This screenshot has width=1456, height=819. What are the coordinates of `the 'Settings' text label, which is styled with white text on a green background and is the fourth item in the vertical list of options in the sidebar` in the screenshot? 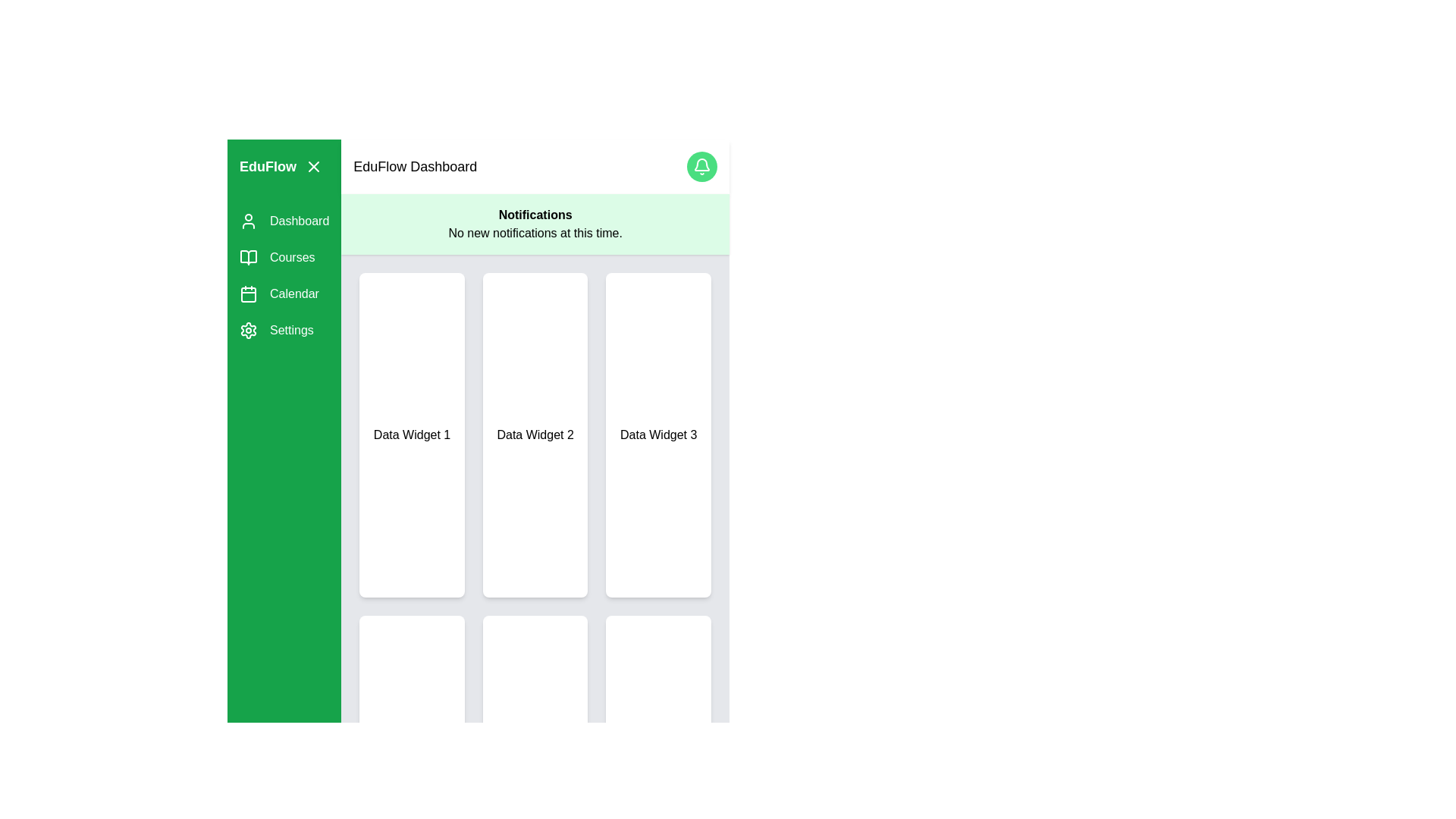 It's located at (291, 329).